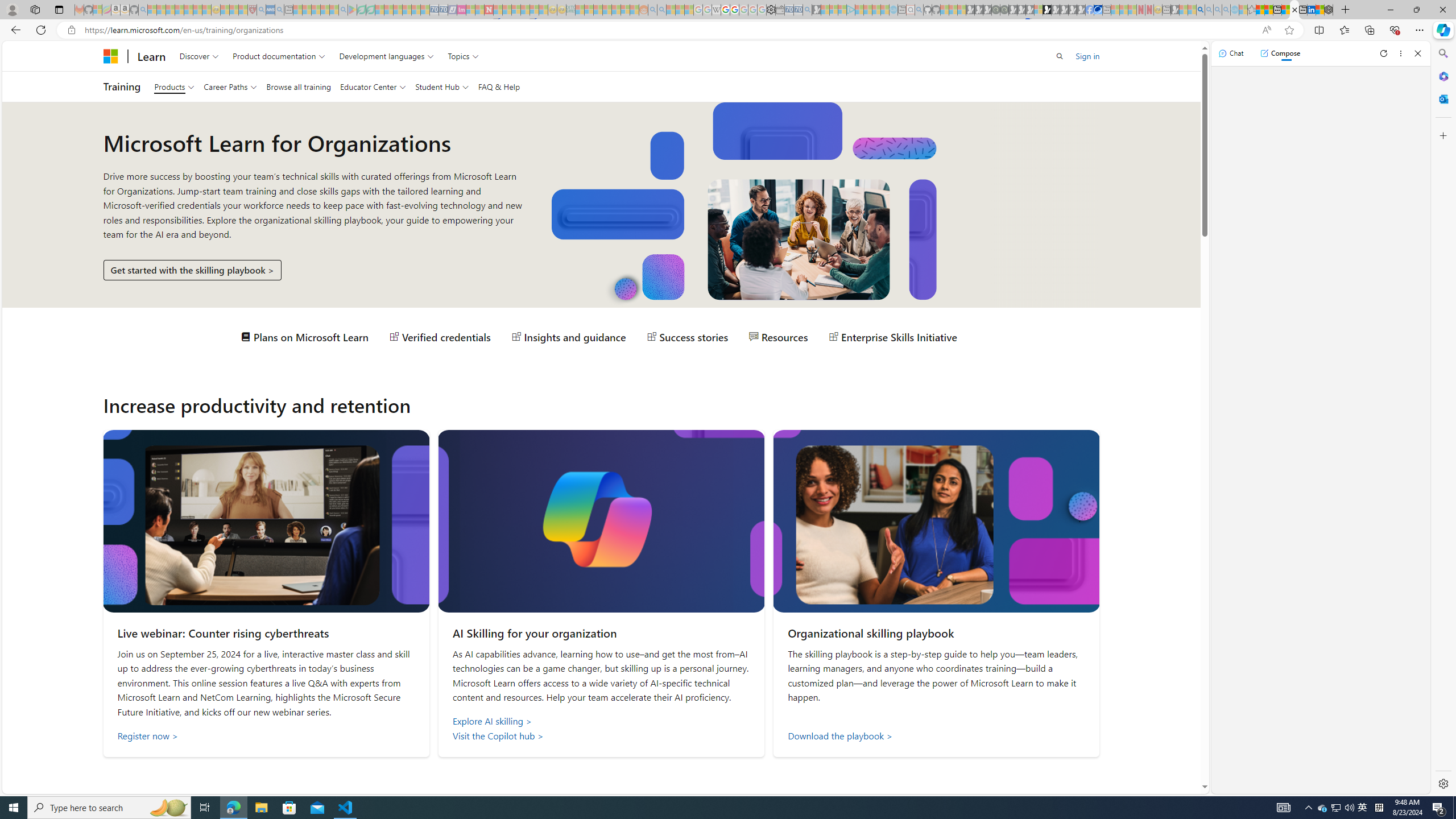 Image resolution: width=1456 pixels, height=819 pixels. Describe the element at coordinates (568, 336) in the screenshot. I see `'Insights and guidance'` at that location.